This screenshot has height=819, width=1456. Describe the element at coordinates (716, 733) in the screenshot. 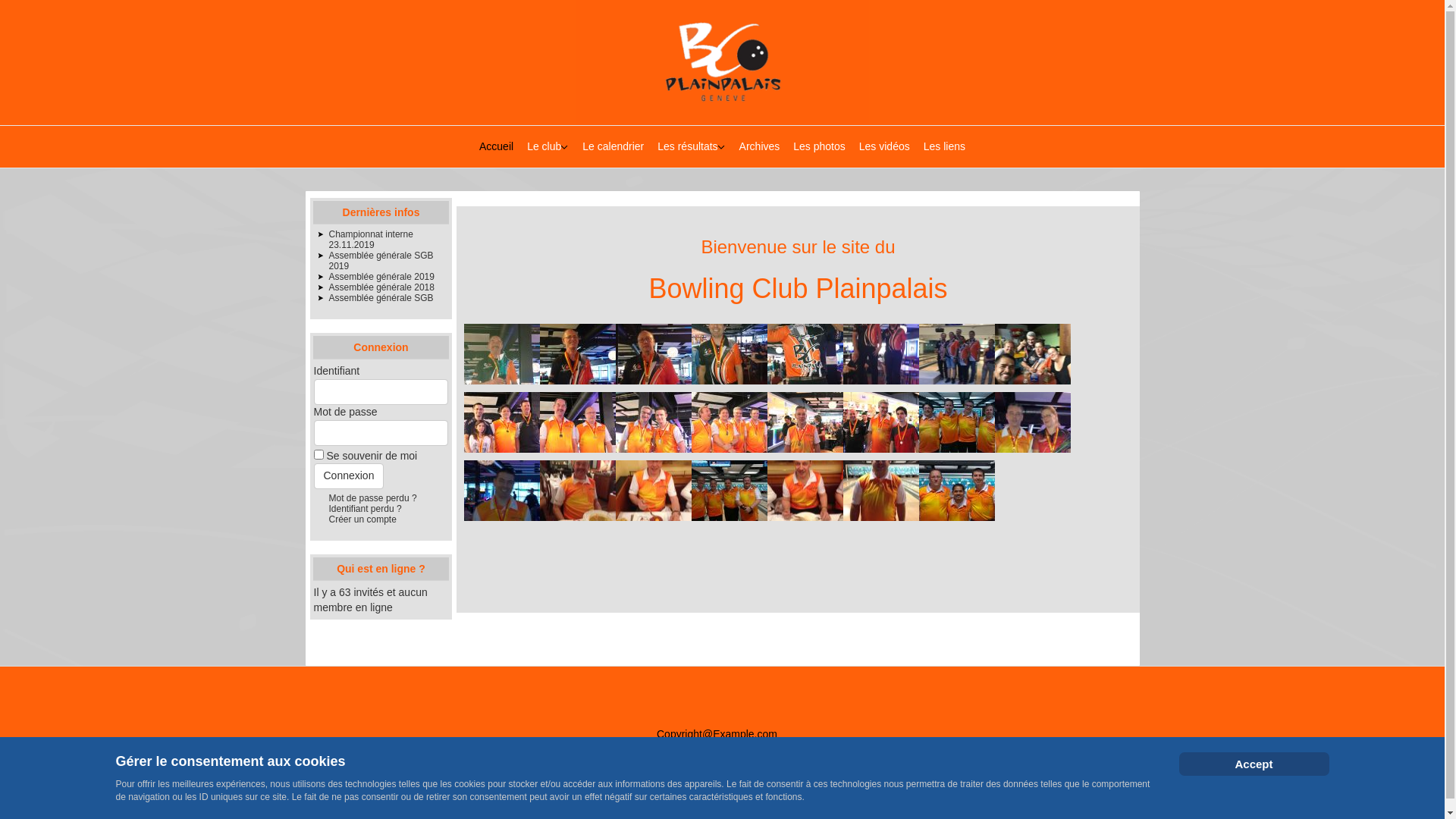

I see `'Copyright@Example.com'` at that location.